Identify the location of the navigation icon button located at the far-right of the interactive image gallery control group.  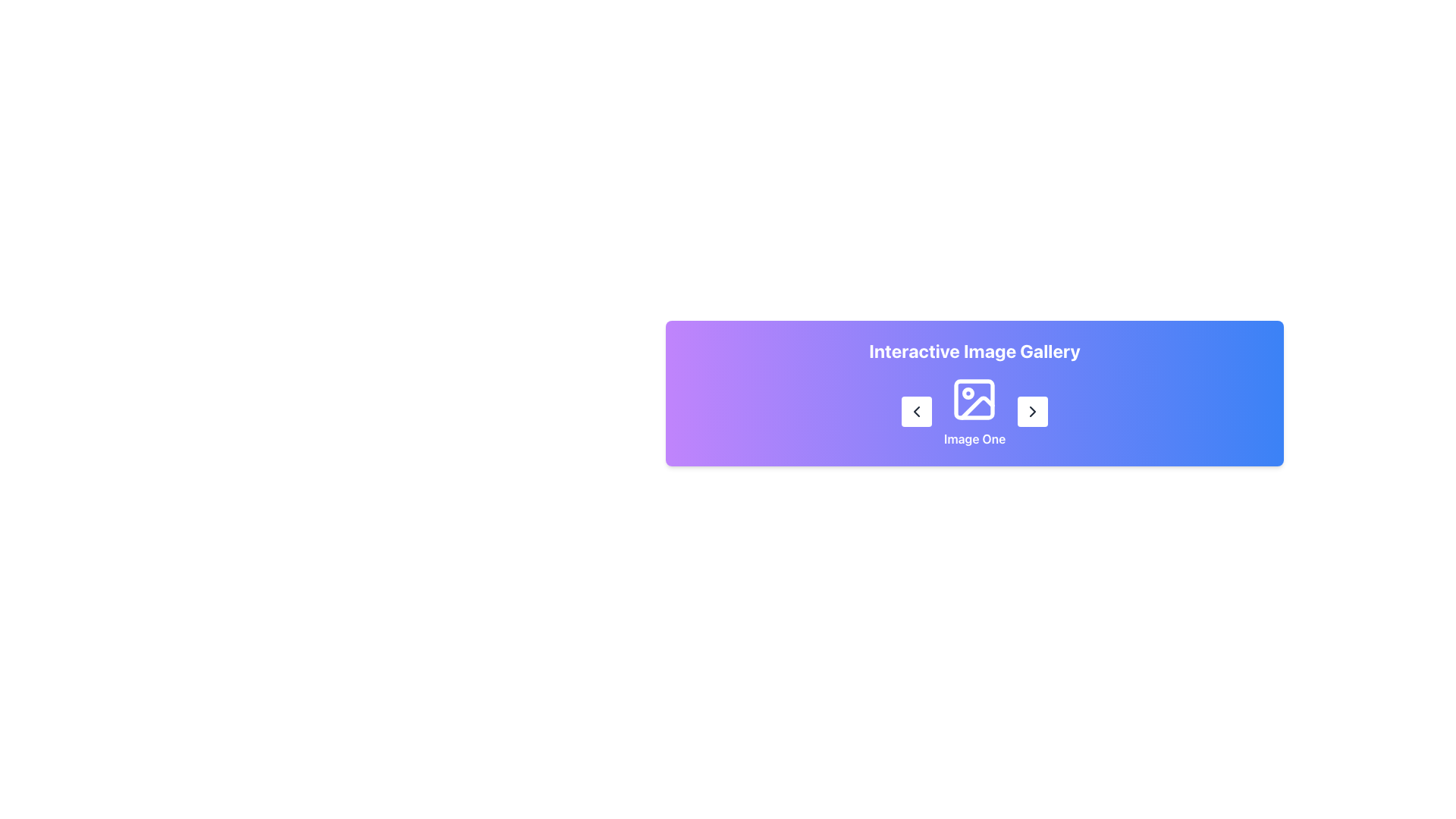
(1032, 412).